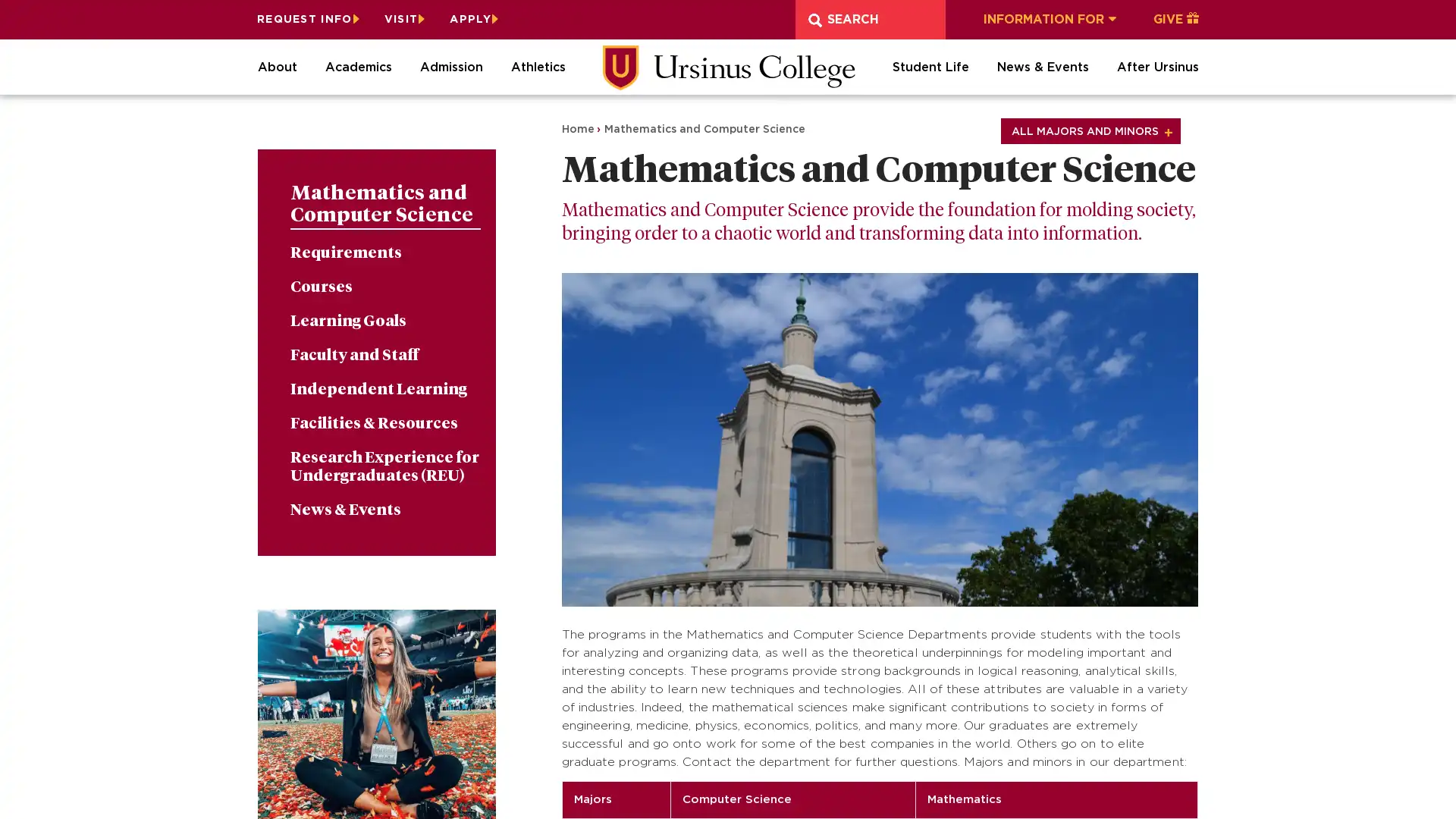  Describe the element at coordinates (814, 20) in the screenshot. I see `Search Maginifying Glass` at that location.